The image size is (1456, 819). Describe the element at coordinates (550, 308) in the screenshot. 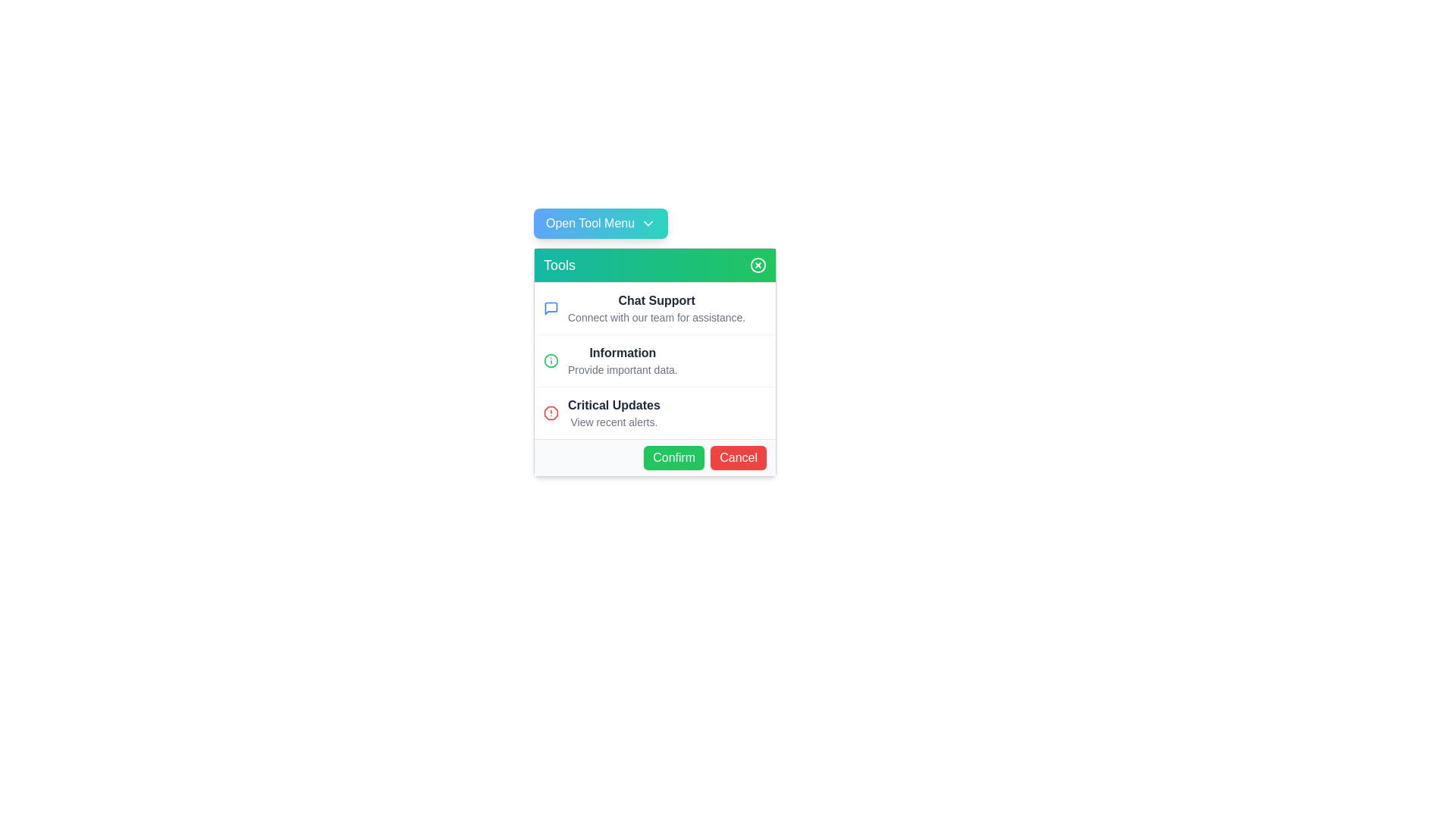

I see `the speech bubble icon, which is an SVG graphic with a blue stroke color, located to the left of the 'Chat Support' item in the vertical list of options` at that location.